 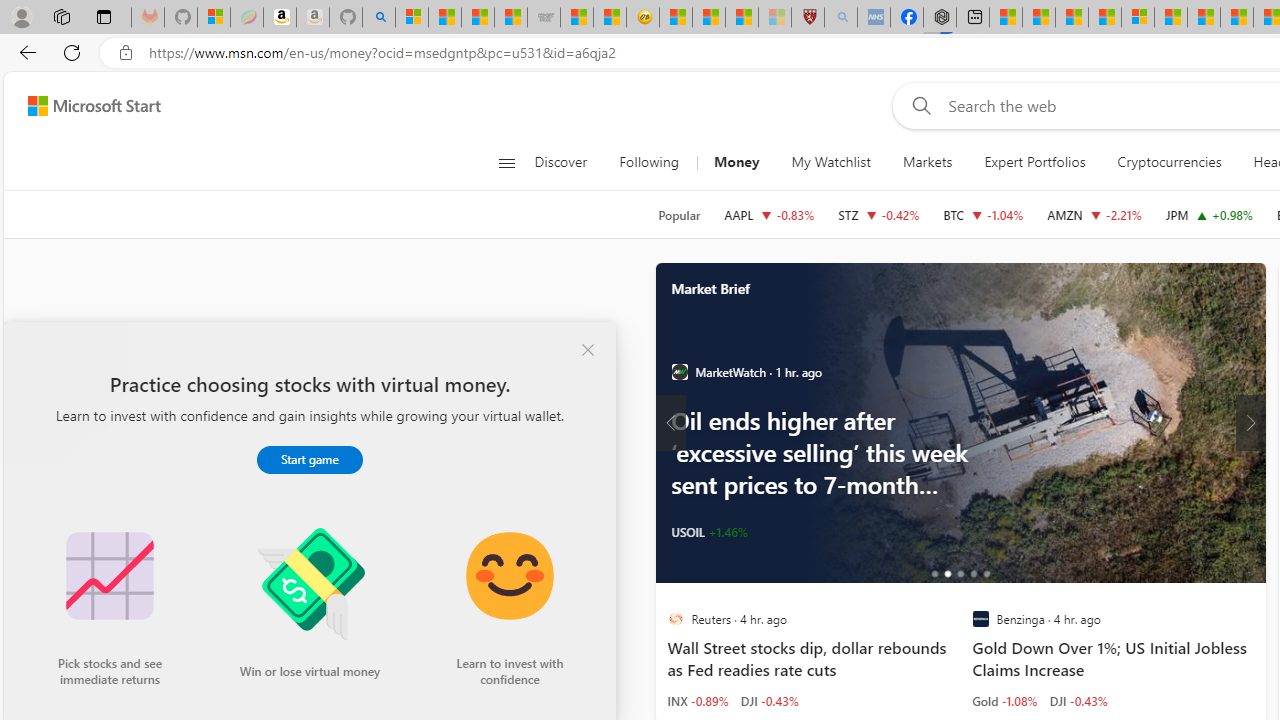 I want to click on '12 Popular Science Lies that Must be Corrected - Sleeping', so click(x=774, y=17).